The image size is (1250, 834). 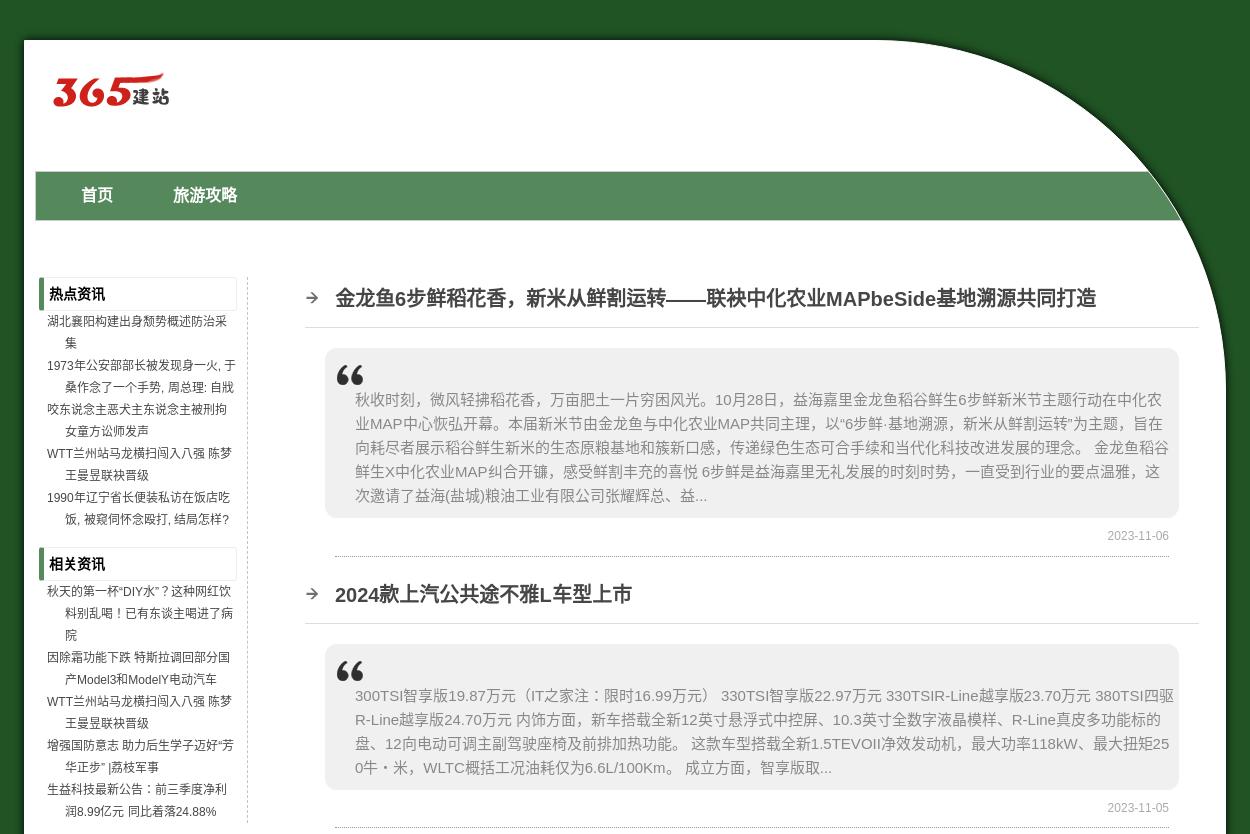 What do you see at coordinates (47, 799) in the screenshot?
I see `'生益科技最新公告：前三季度净利润8.99亿元 同比着落24.88%'` at bounding box center [47, 799].